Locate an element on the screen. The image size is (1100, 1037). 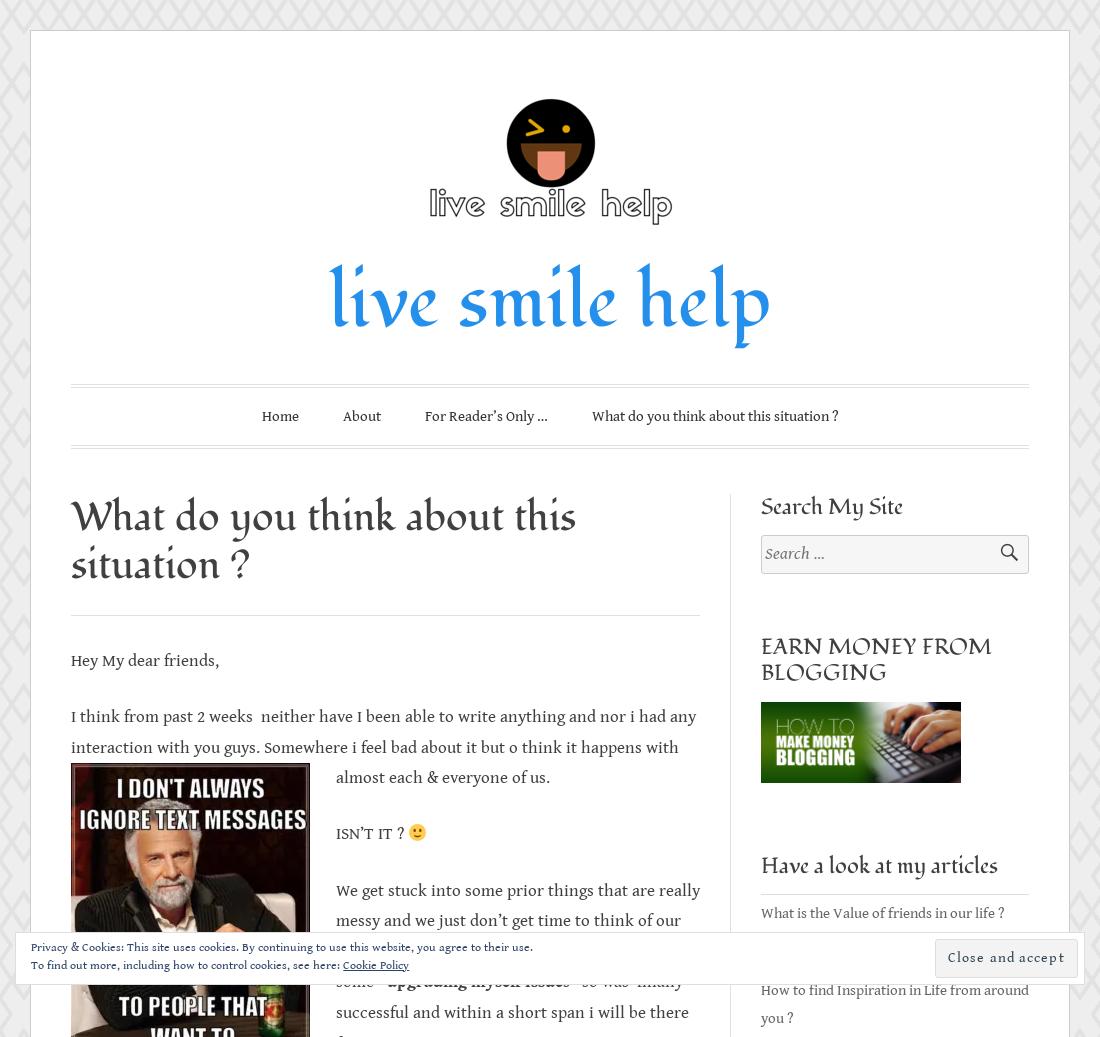
'I think from past 2 weeks  neither have I been able to write anything and nor i had any interaction with you guys. Somewhere i feel bad about it but o think it happens with almost each & everyone of us.' is located at coordinates (383, 747).